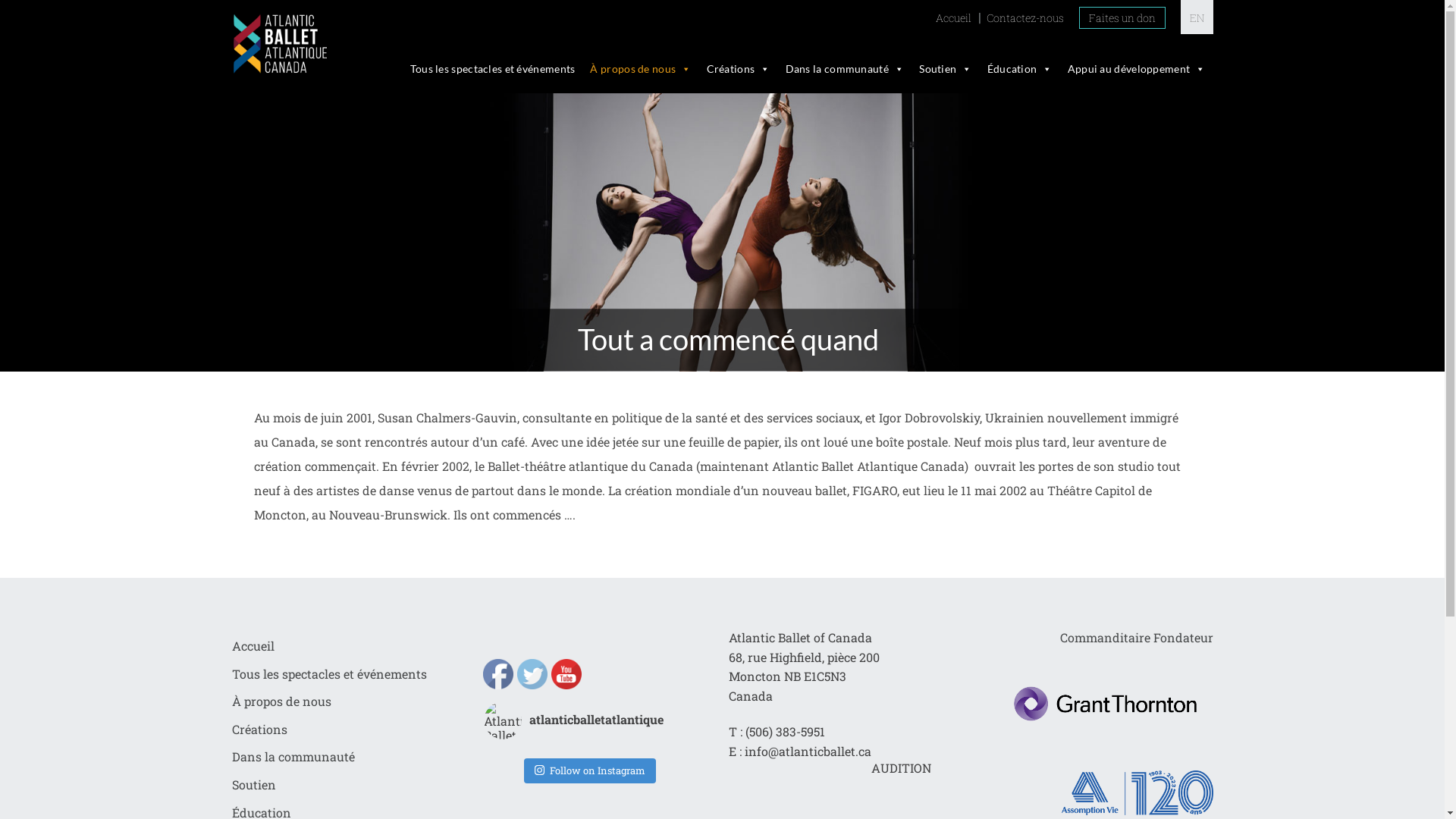  Describe the element at coordinates (253, 645) in the screenshot. I see `'Accueil'` at that location.